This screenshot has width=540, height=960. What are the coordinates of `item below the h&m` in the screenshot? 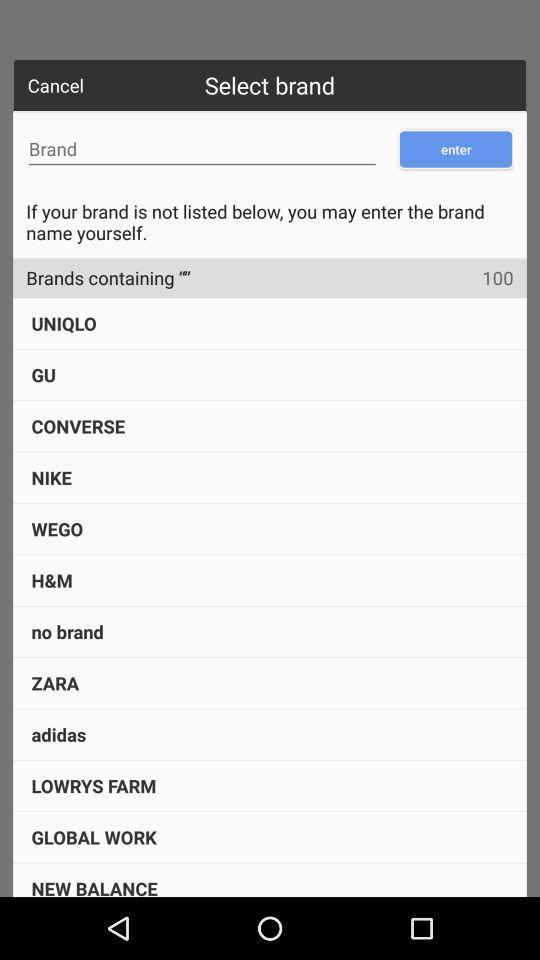 It's located at (67, 630).